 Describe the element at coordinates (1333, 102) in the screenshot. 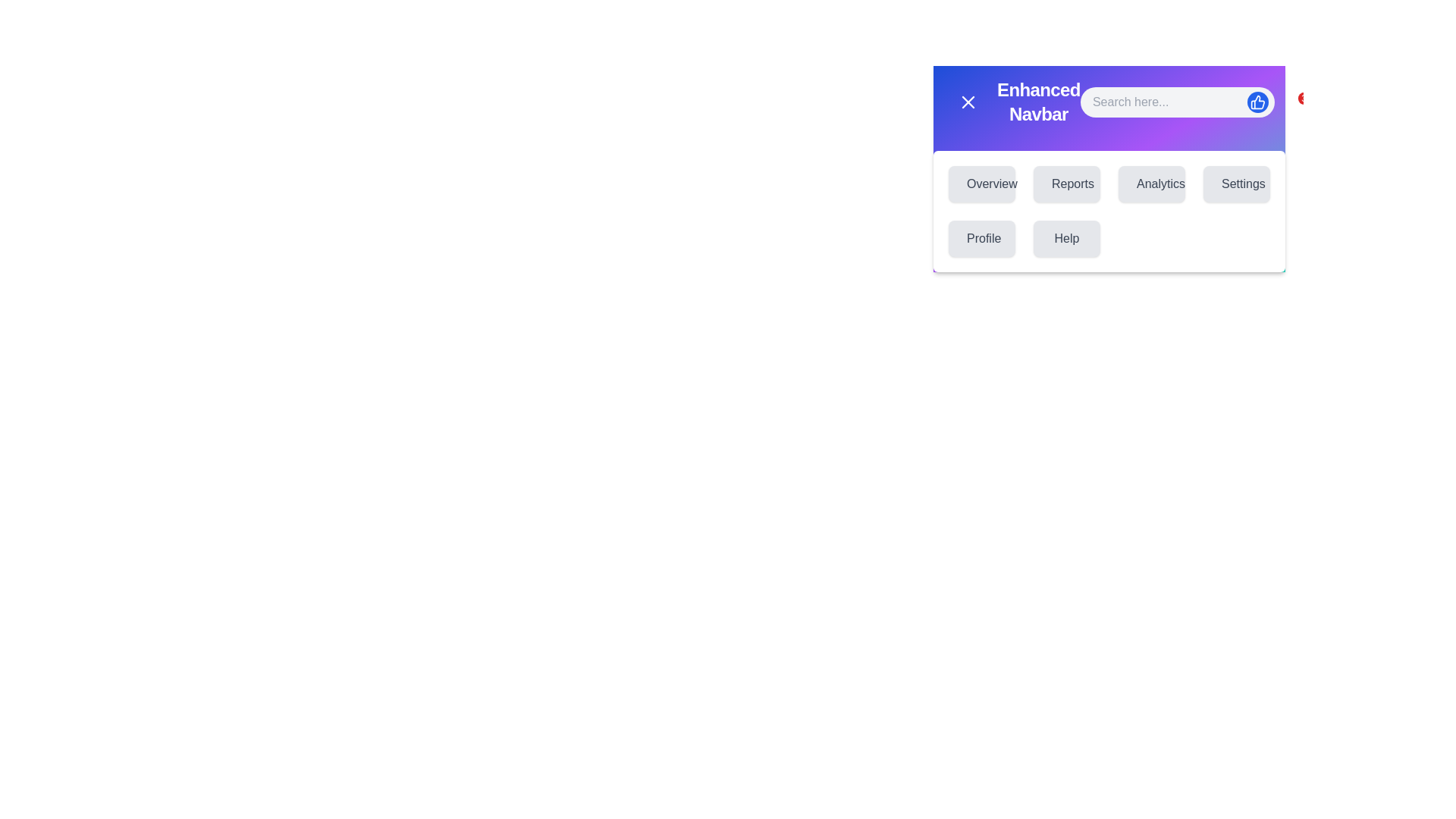

I see `the user icon to access profile actions` at that location.